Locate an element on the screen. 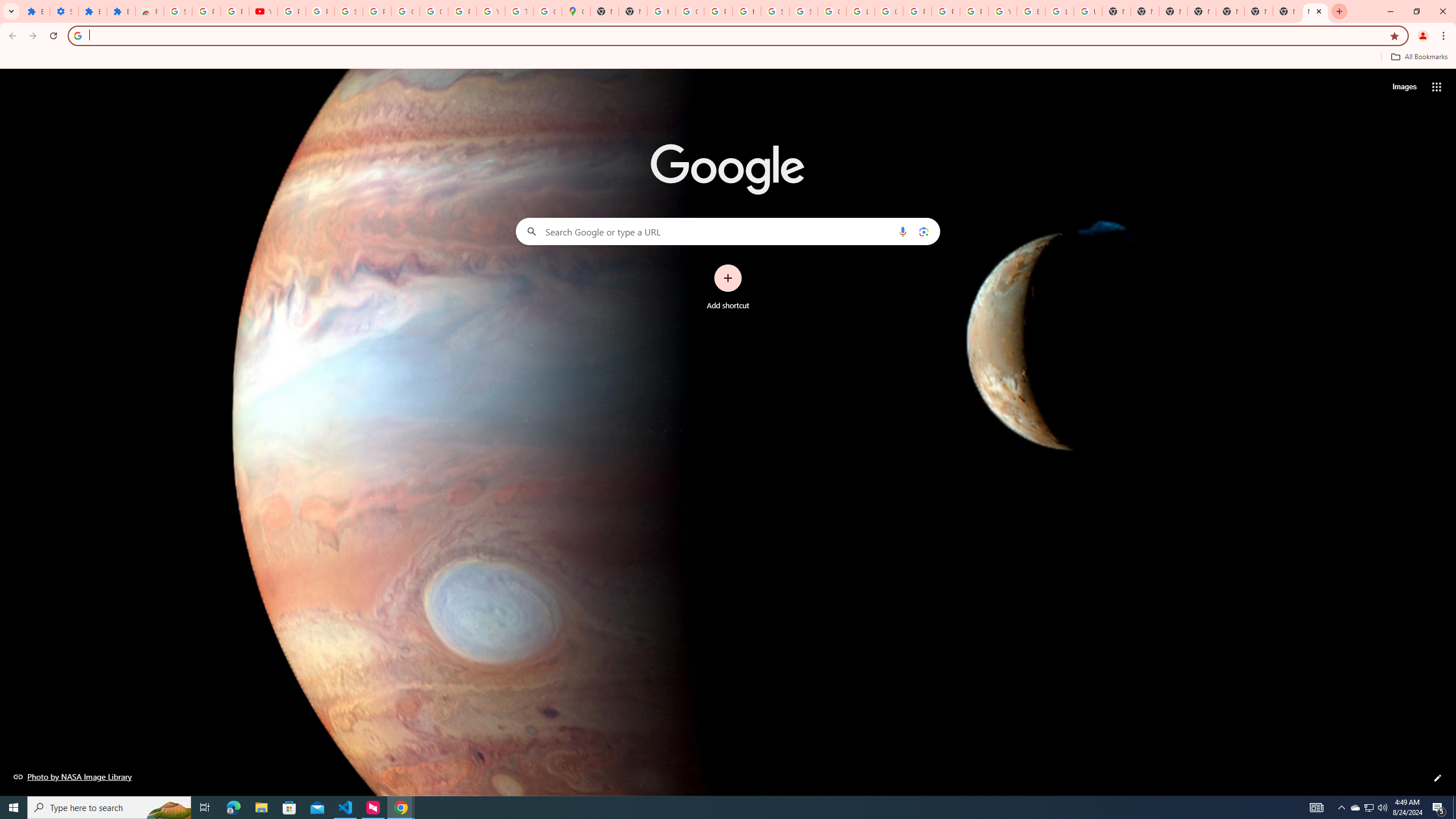 Image resolution: width=1456 pixels, height=819 pixels. 'New Tab' is located at coordinates (1314, 11).